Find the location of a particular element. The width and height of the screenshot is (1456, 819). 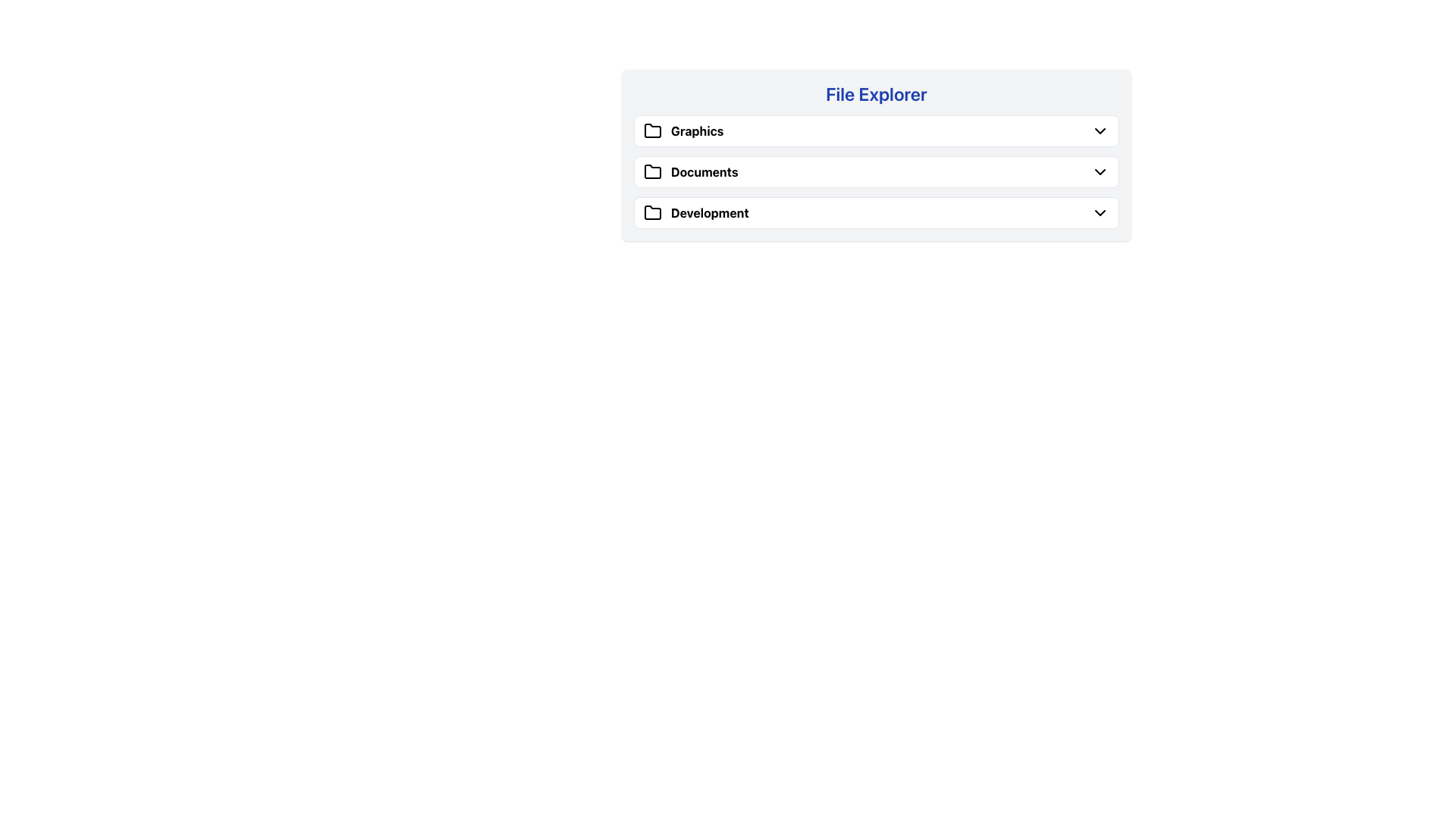

the Vector graphical folder icon located in the 'Documents' category of the file explorer interface, which is represented by a monochrome folder shape with a tab on the top-left corner is located at coordinates (652, 171).